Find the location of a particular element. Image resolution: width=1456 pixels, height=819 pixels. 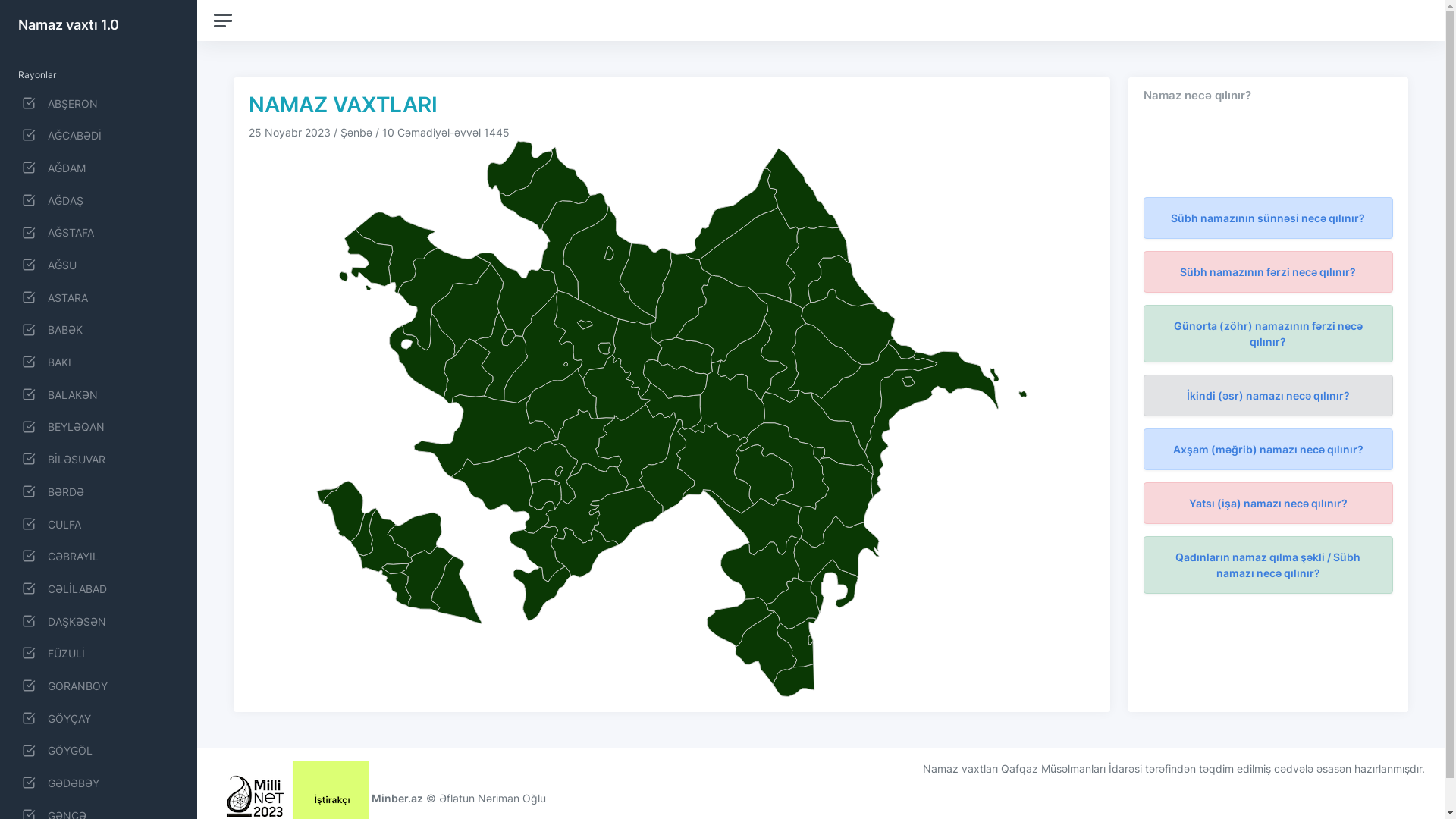

'GORANBOY' is located at coordinates (97, 685).